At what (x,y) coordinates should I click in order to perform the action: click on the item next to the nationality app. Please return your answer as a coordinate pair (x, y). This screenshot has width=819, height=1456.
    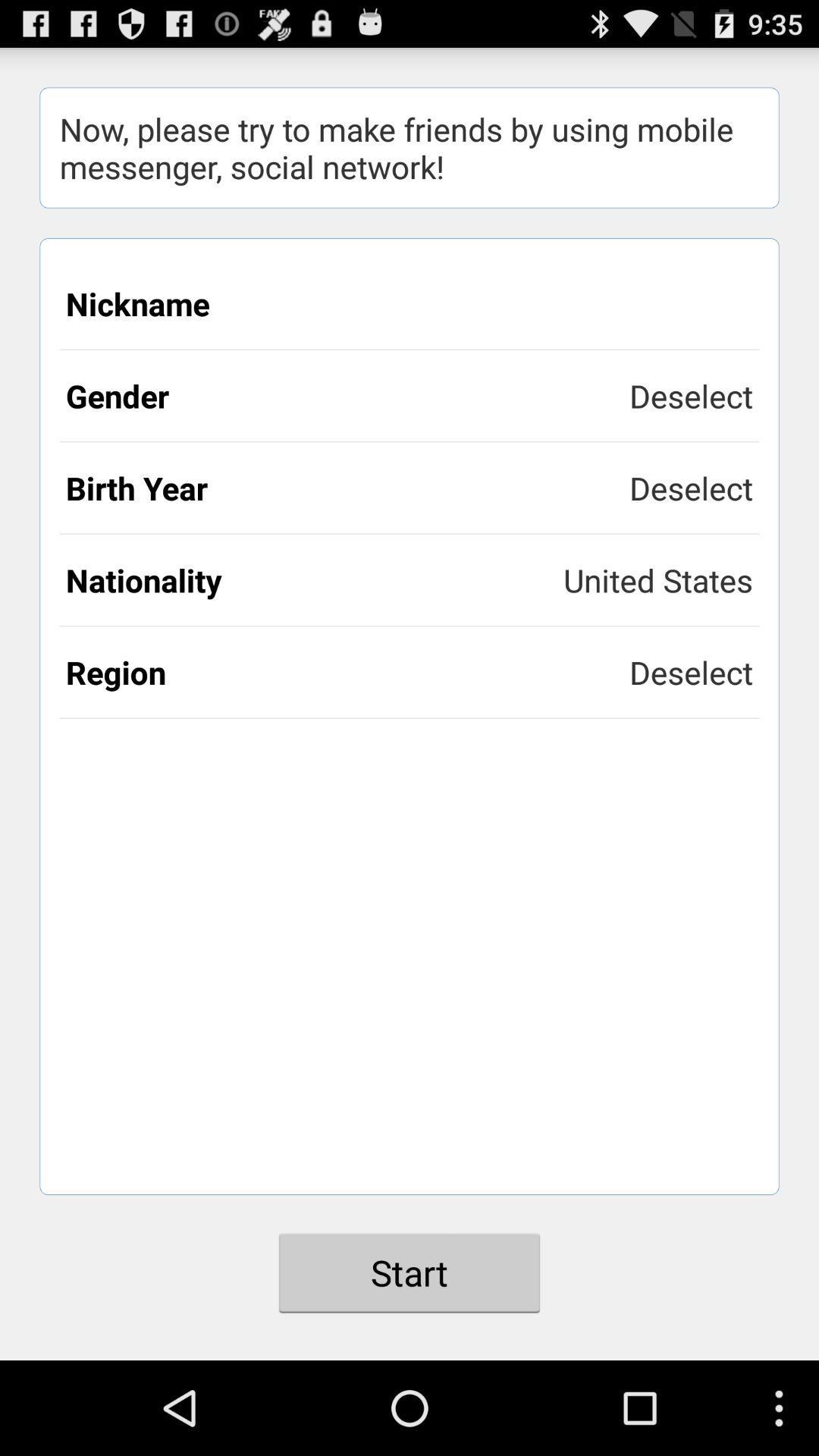
    Looking at the image, I should click on (657, 579).